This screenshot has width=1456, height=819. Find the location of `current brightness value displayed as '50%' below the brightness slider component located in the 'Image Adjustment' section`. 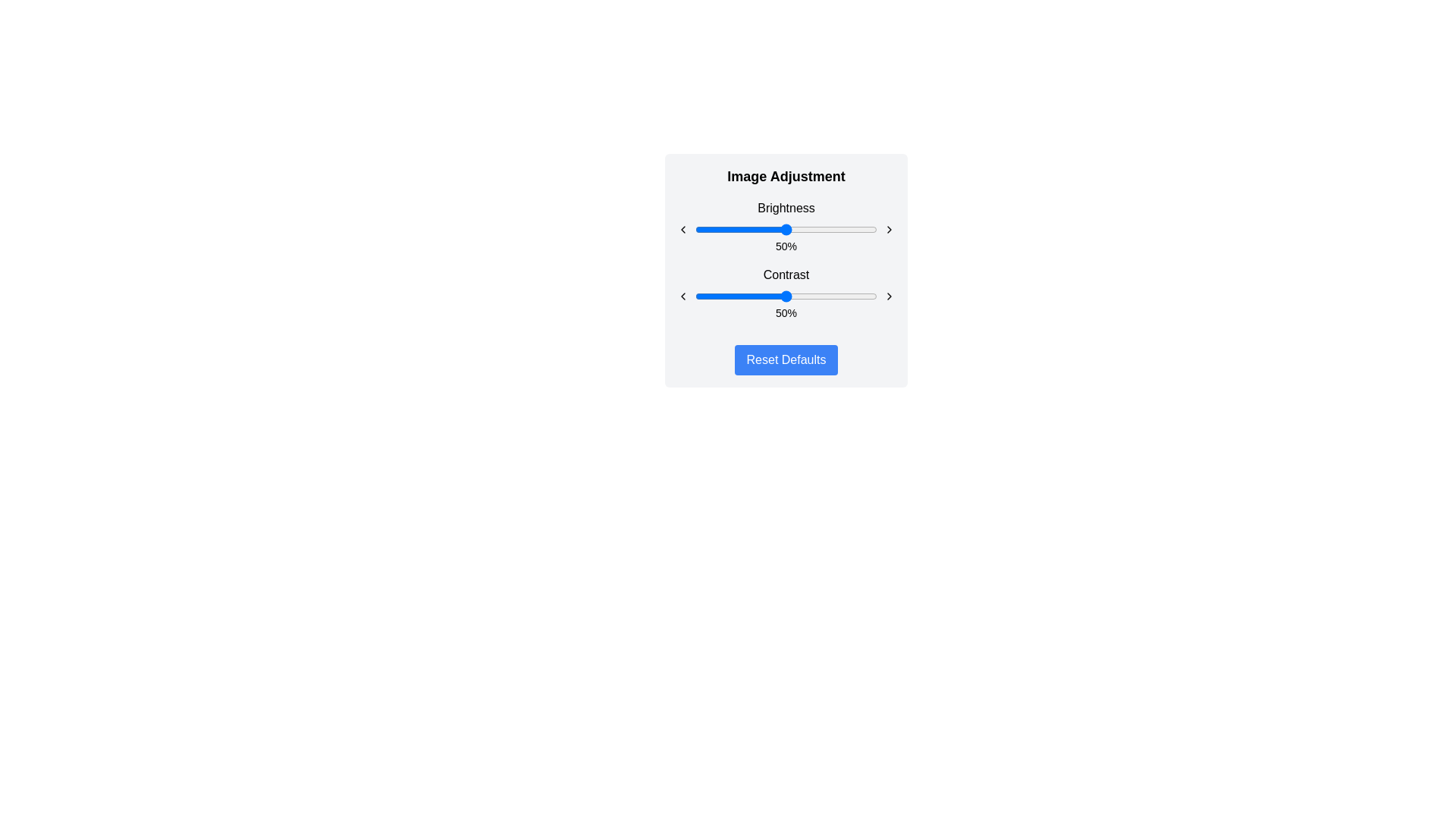

current brightness value displayed as '50%' below the brightness slider component located in the 'Image Adjustment' section is located at coordinates (786, 227).